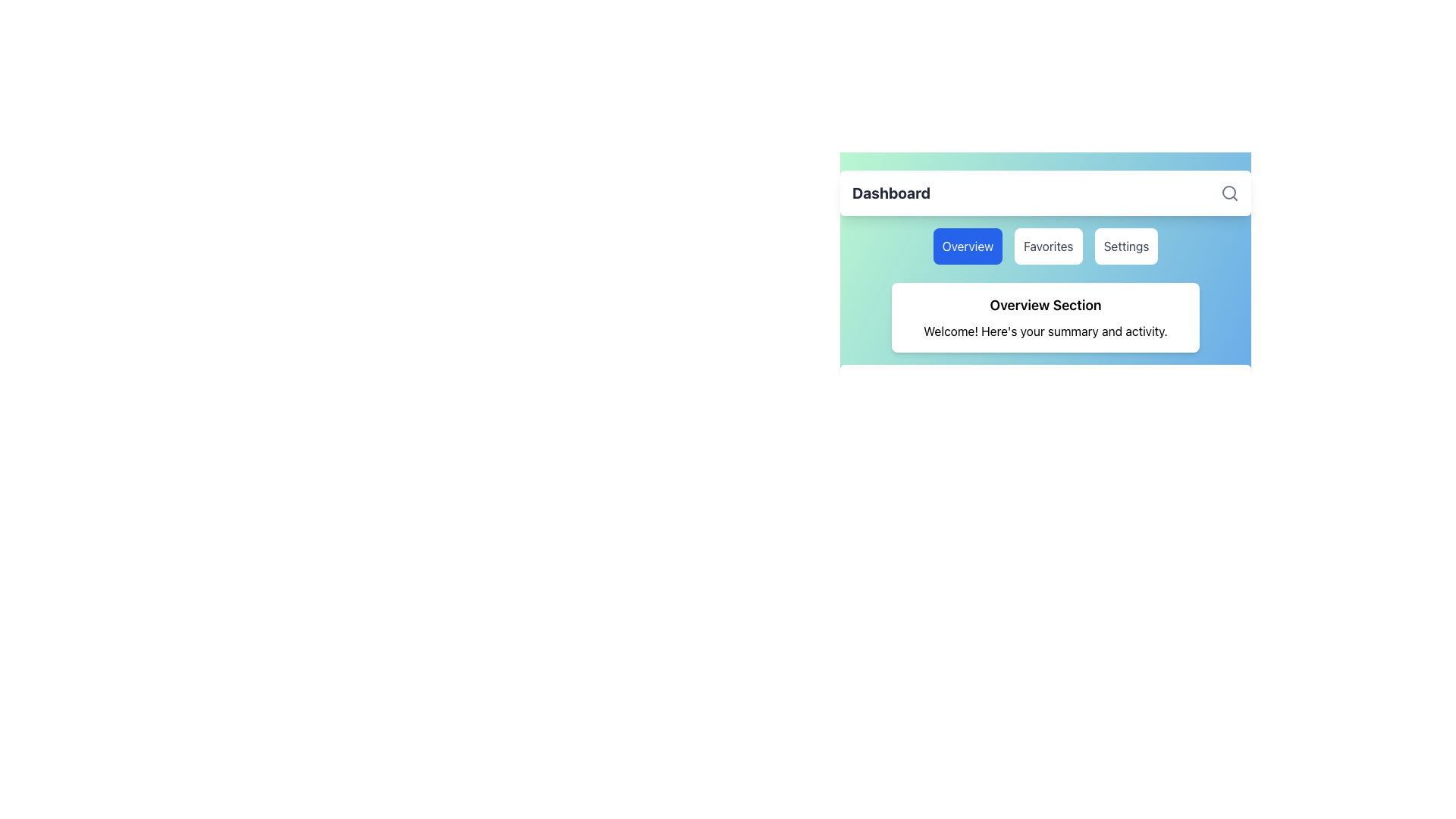 Image resolution: width=1456 pixels, height=819 pixels. I want to click on the first button labeled 'Overview' in the horizontal button group with a blue background and white text, so click(967, 245).